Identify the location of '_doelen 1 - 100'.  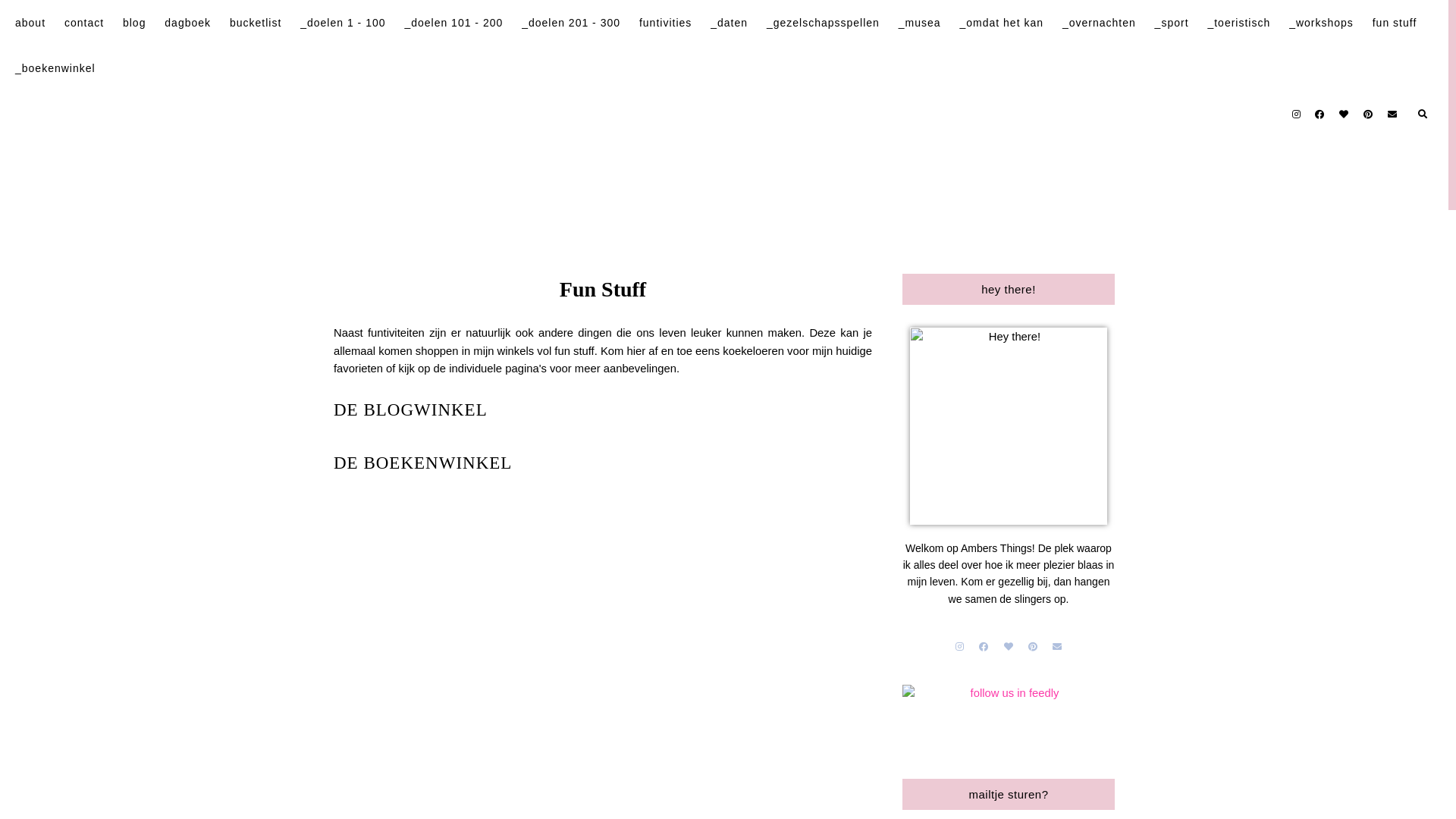
(300, 23).